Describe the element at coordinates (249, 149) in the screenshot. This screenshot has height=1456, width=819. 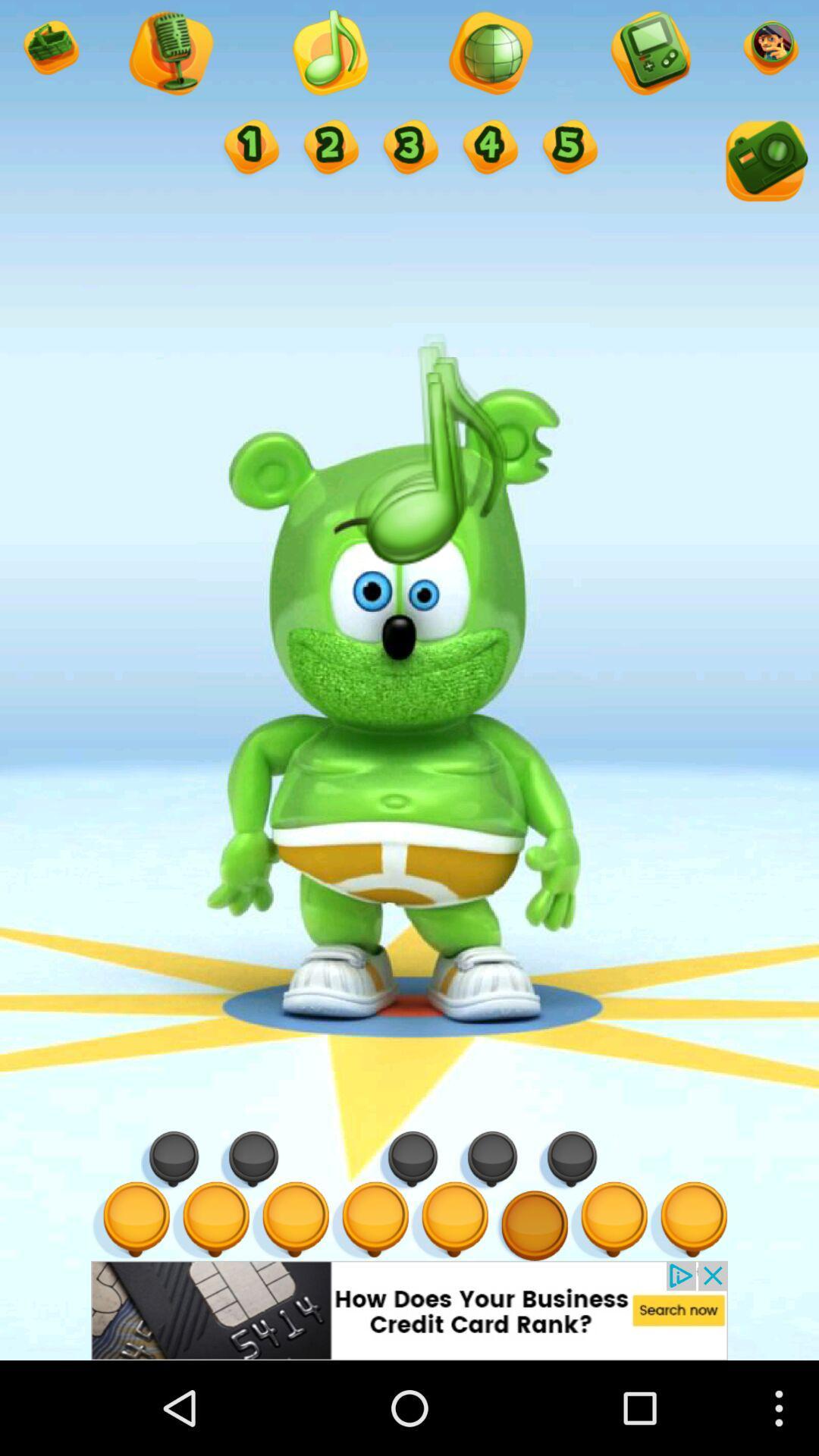
I see `one` at that location.